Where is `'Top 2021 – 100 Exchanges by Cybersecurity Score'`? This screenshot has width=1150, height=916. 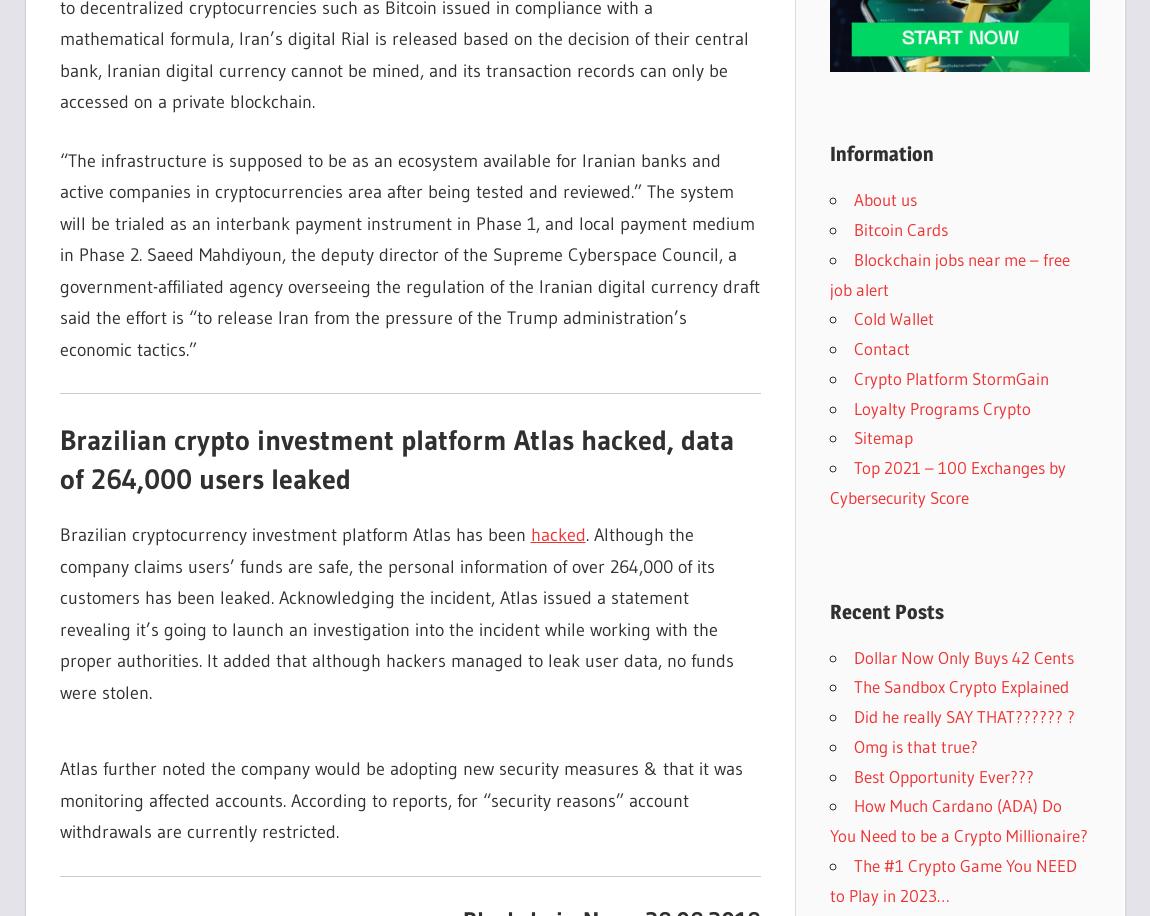
'Top 2021 – 100 Exchanges by Cybersecurity Score' is located at coordinates (947, 481).